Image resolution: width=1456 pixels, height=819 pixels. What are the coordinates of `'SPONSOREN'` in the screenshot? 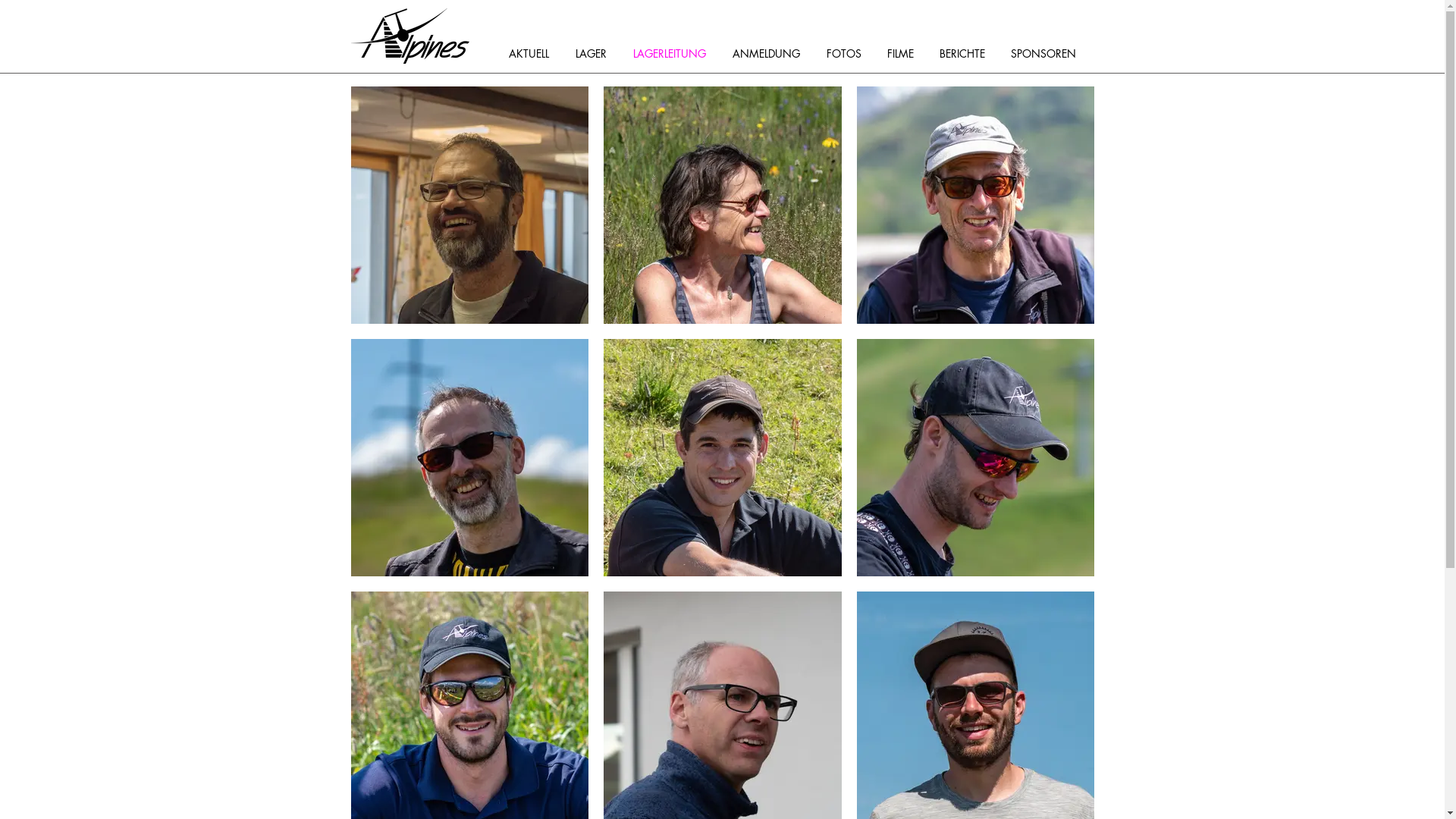 It's located at (1047, 52).